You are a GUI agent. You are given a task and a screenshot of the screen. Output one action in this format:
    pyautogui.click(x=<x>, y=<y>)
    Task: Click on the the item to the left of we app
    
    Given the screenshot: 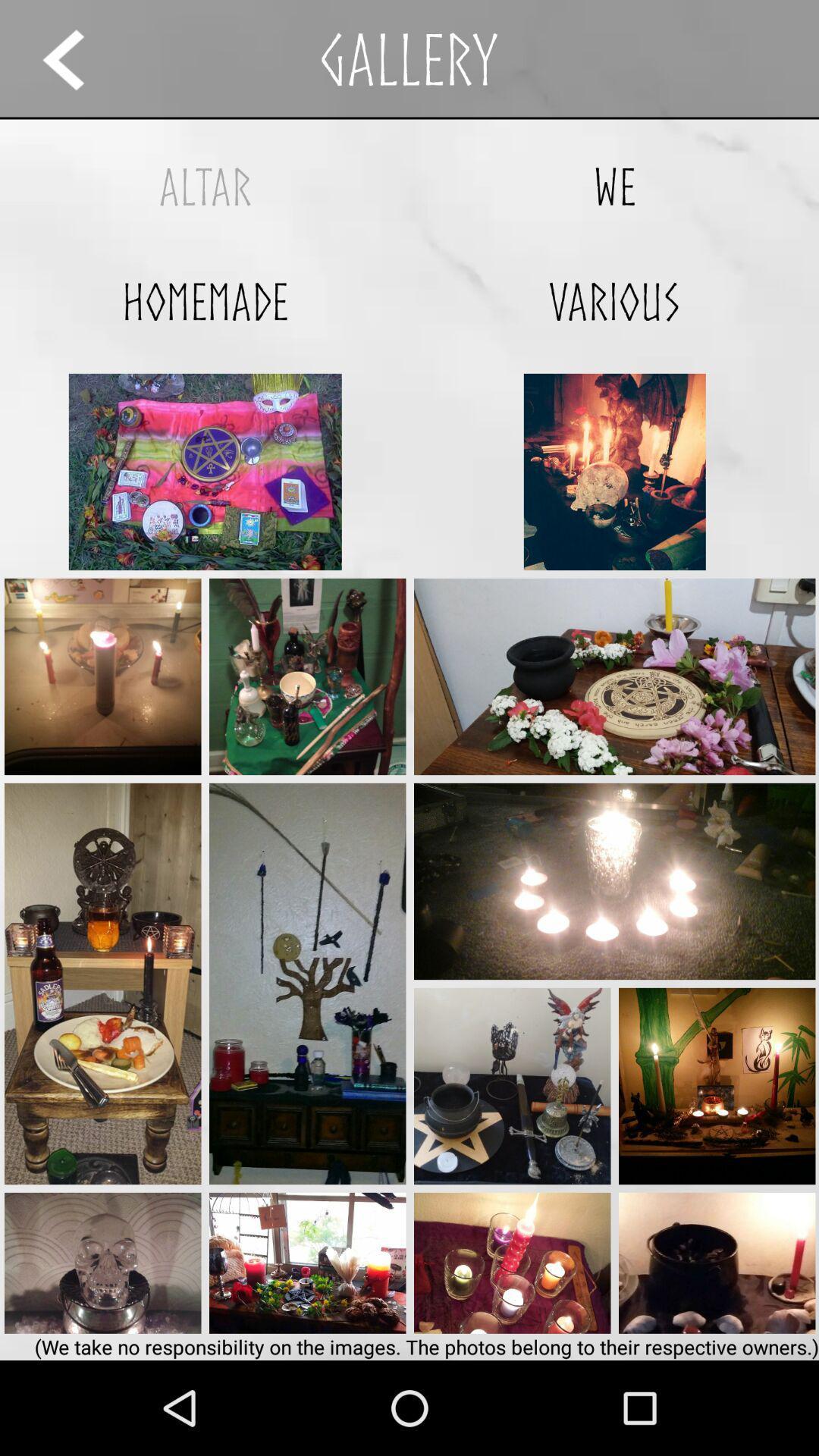 What is the action you would take?
    pyautogui.click(x=205, y=186)
    